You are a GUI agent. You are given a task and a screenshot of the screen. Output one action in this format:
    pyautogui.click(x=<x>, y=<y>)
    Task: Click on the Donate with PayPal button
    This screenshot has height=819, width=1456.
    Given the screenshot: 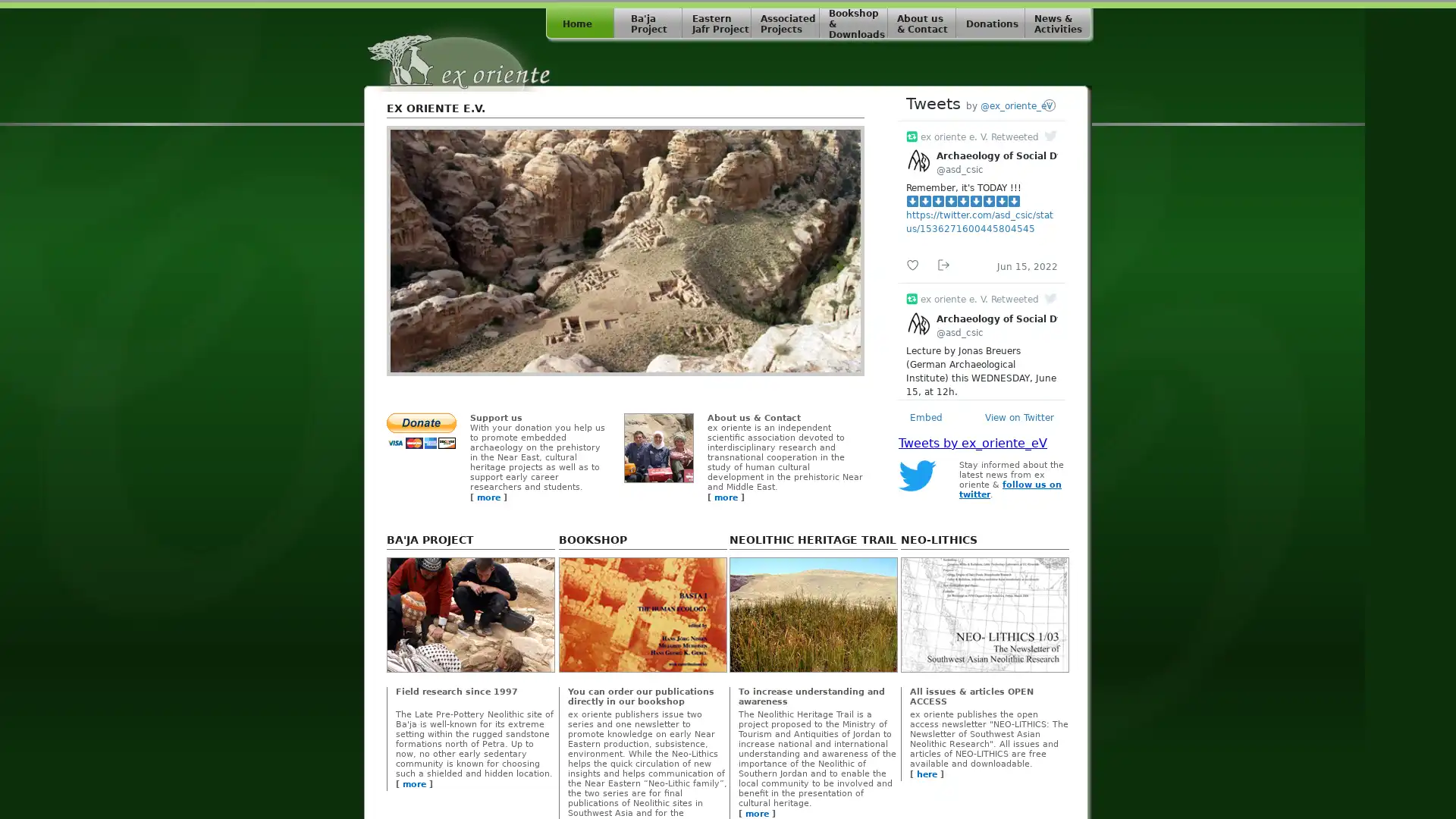 What is the action you would take?
    pyautogui.click(x=422, y=431)
    